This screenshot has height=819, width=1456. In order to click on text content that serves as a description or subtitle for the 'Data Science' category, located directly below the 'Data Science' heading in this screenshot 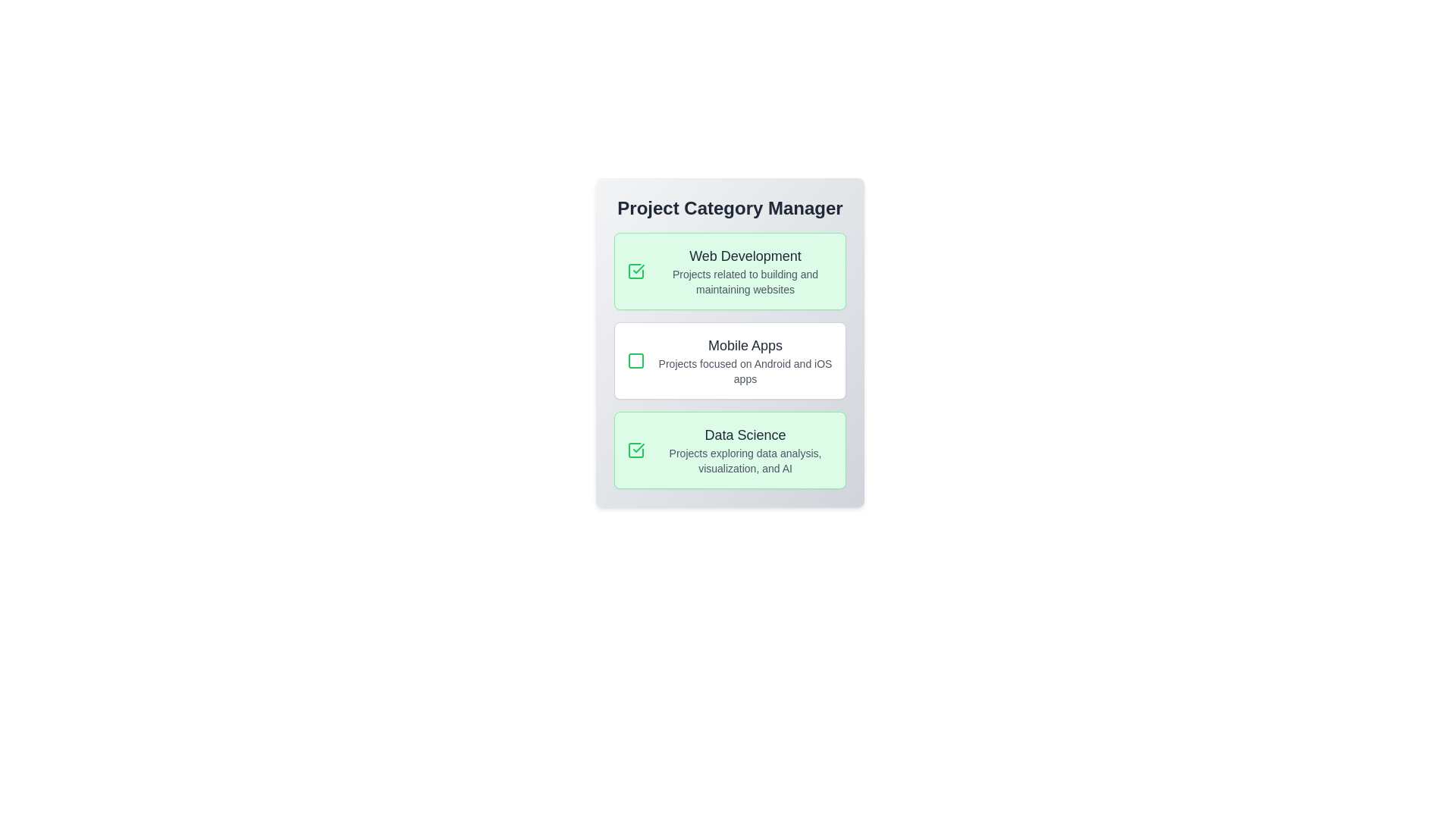, I will do `click(745, 460)`.